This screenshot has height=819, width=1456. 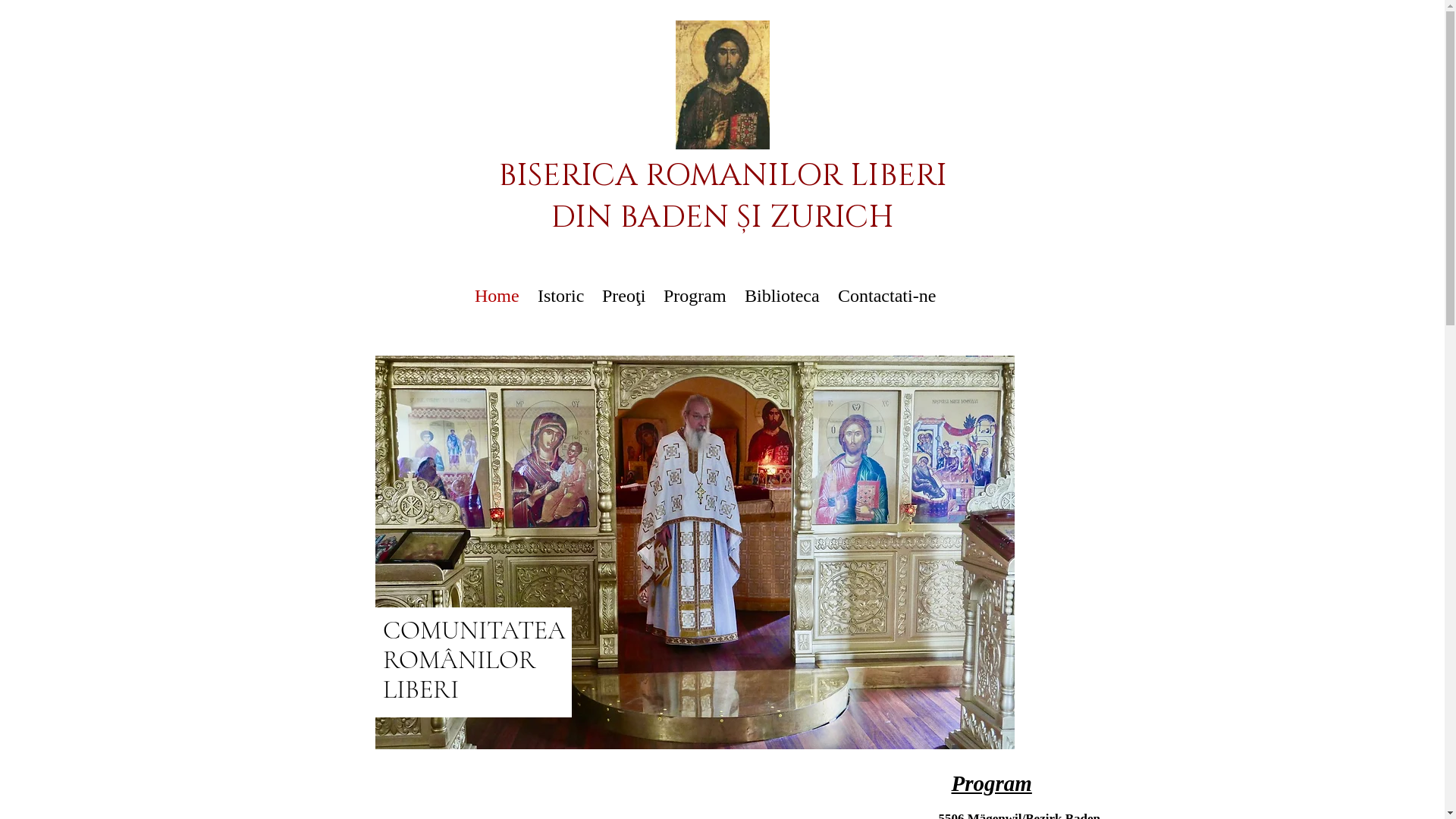 What do you see at coordinates (782, 296) in the screenshot?
I see `'Biblioteca'` at bounding box center [782, 296].